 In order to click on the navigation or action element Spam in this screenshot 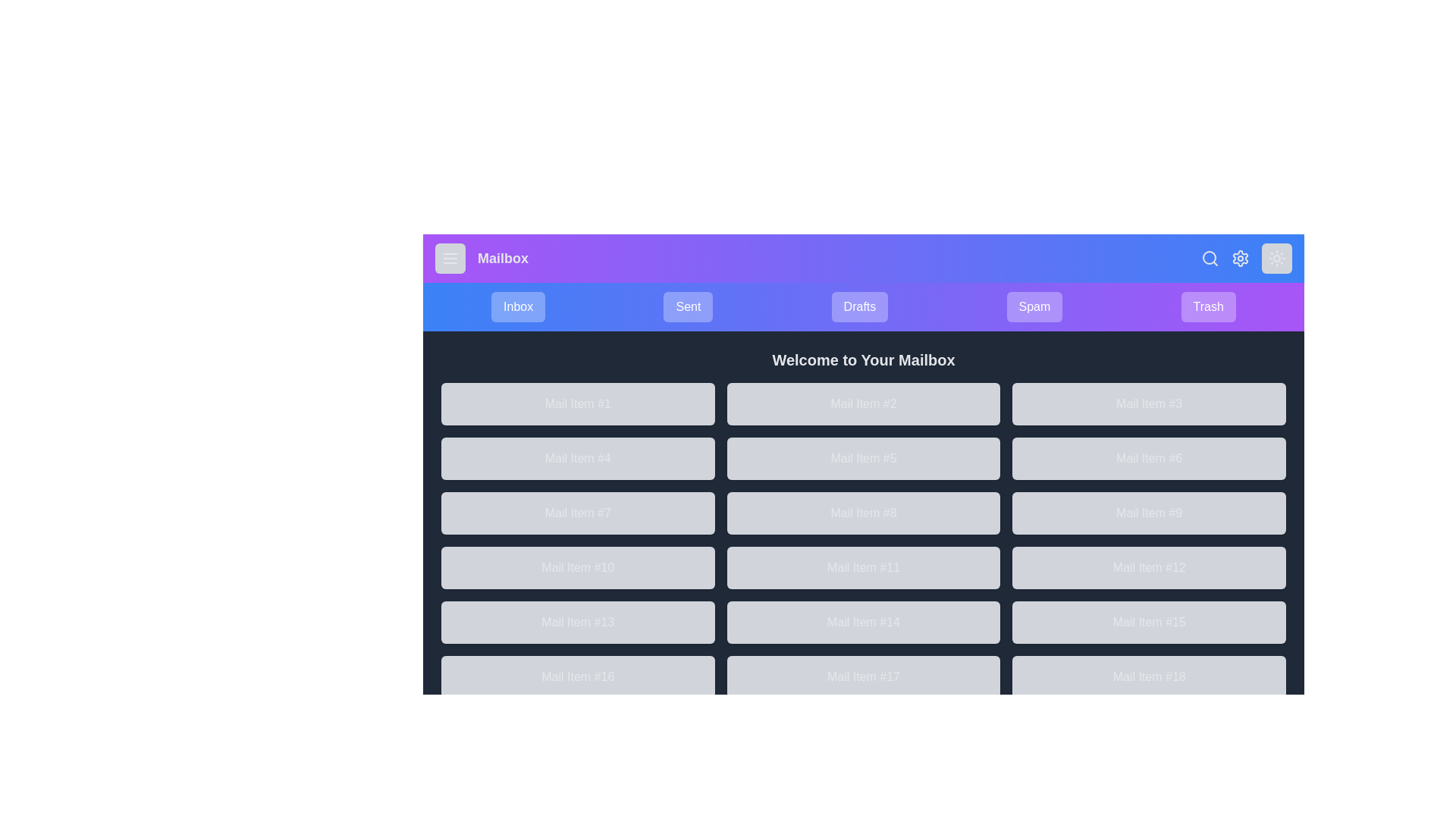, I will do `click(1033, 307)`.